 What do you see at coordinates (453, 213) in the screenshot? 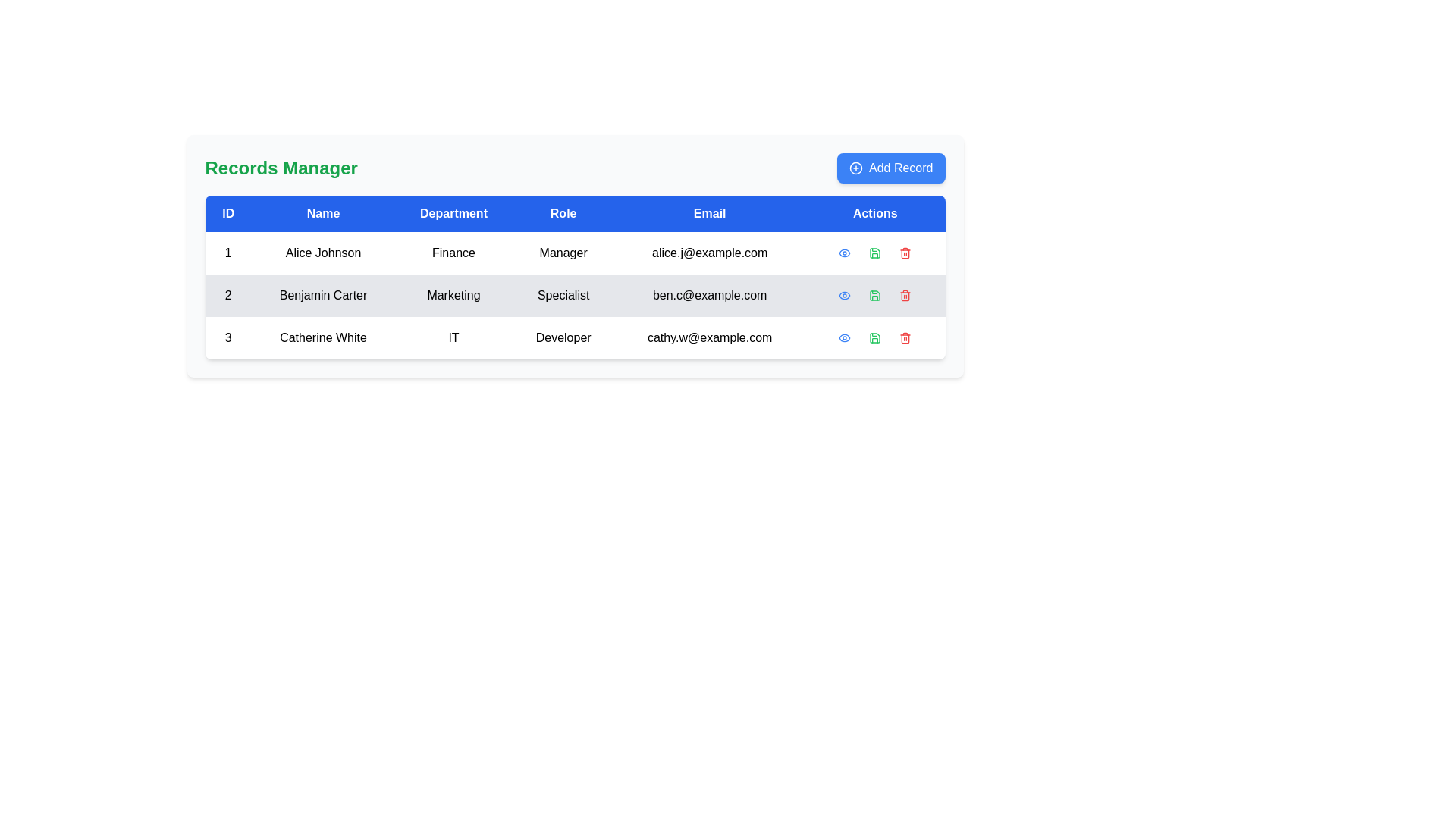
I see `the 'Department' text label in the table header, which is positioned between the 'Name' and 'Role' columns` at bounding box center [453, 213].